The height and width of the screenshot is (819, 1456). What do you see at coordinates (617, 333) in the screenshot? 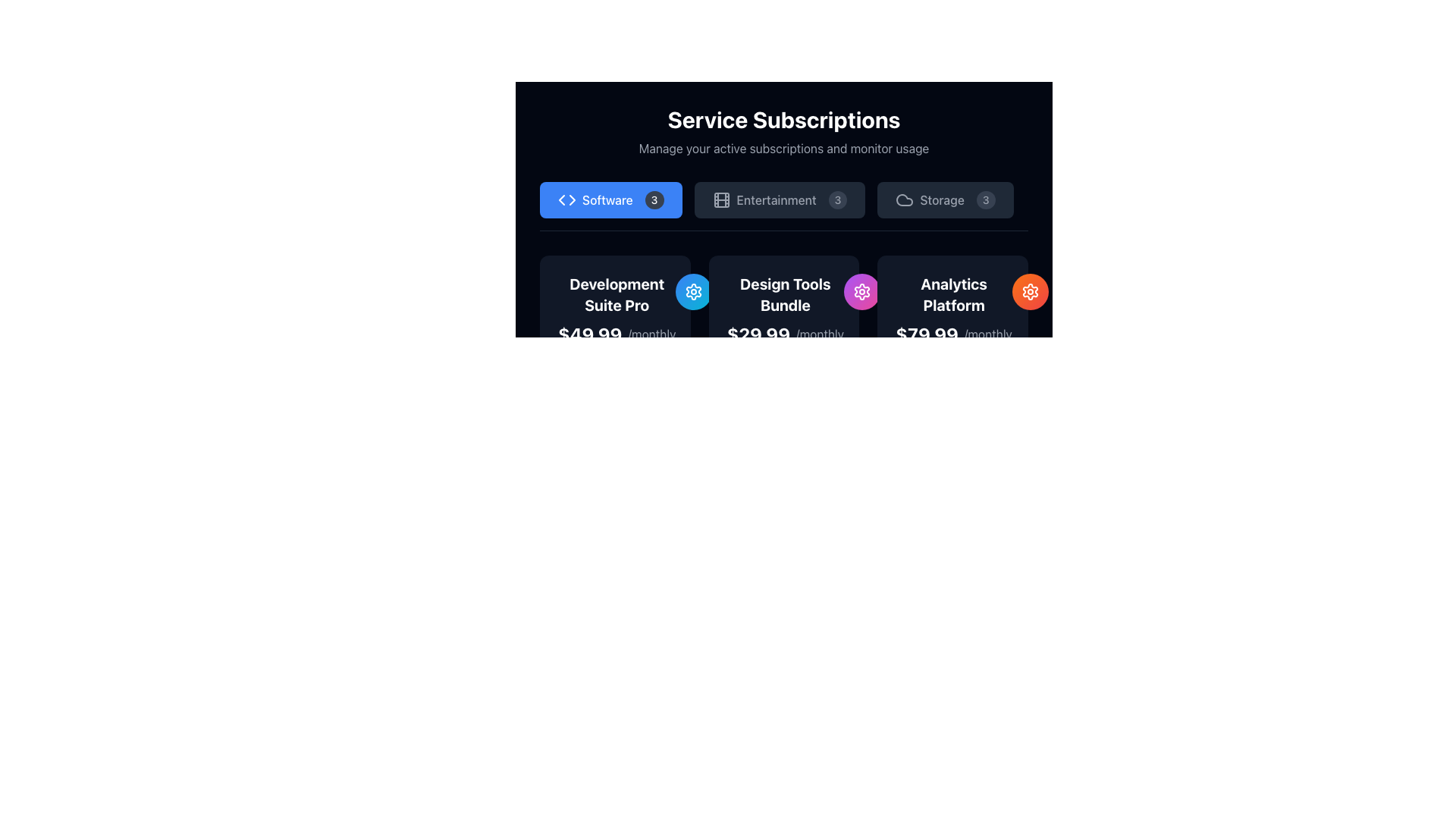
I see `the price text label located below the 'Development Suite Pro' header, emphasizing the subscription plan amount and billing term` at bounding box center [617, 333].